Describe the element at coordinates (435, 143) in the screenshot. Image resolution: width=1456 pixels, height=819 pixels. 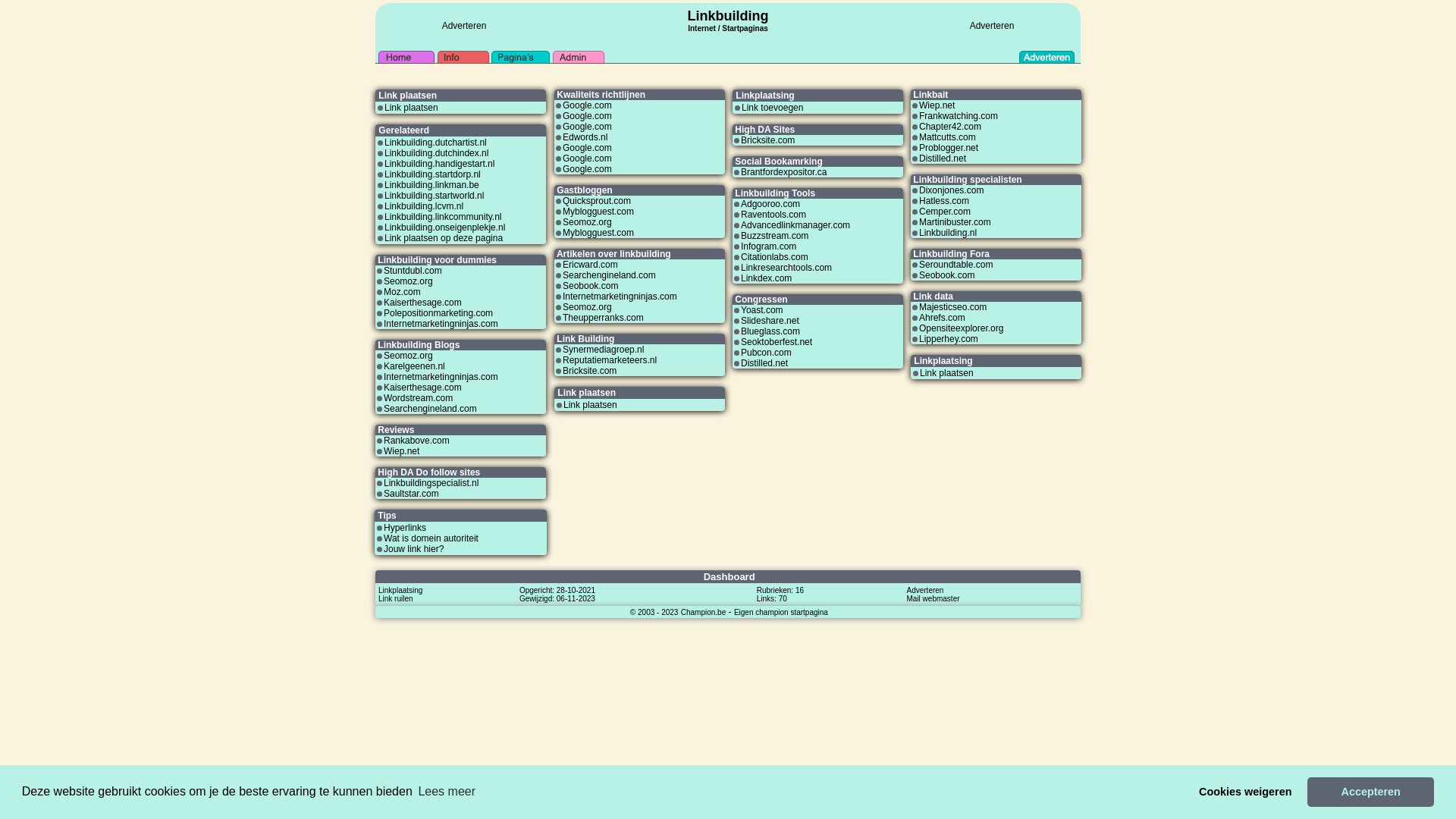
I see `'Linkbuilding.dutchartist.nl'` at that location.